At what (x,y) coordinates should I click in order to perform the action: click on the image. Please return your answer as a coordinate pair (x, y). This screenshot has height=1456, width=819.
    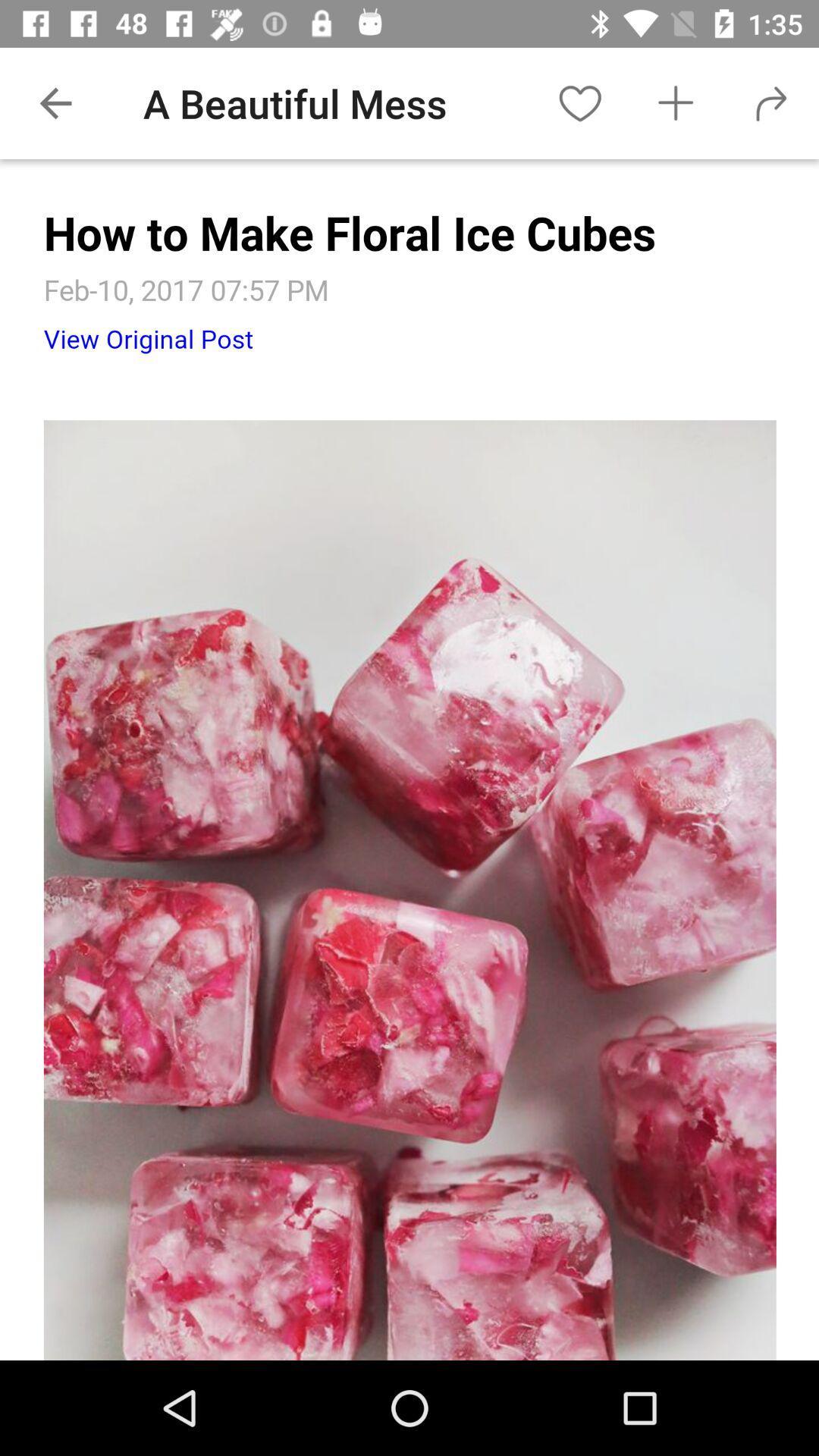
    Looking at the image, I should click on (409, 760).